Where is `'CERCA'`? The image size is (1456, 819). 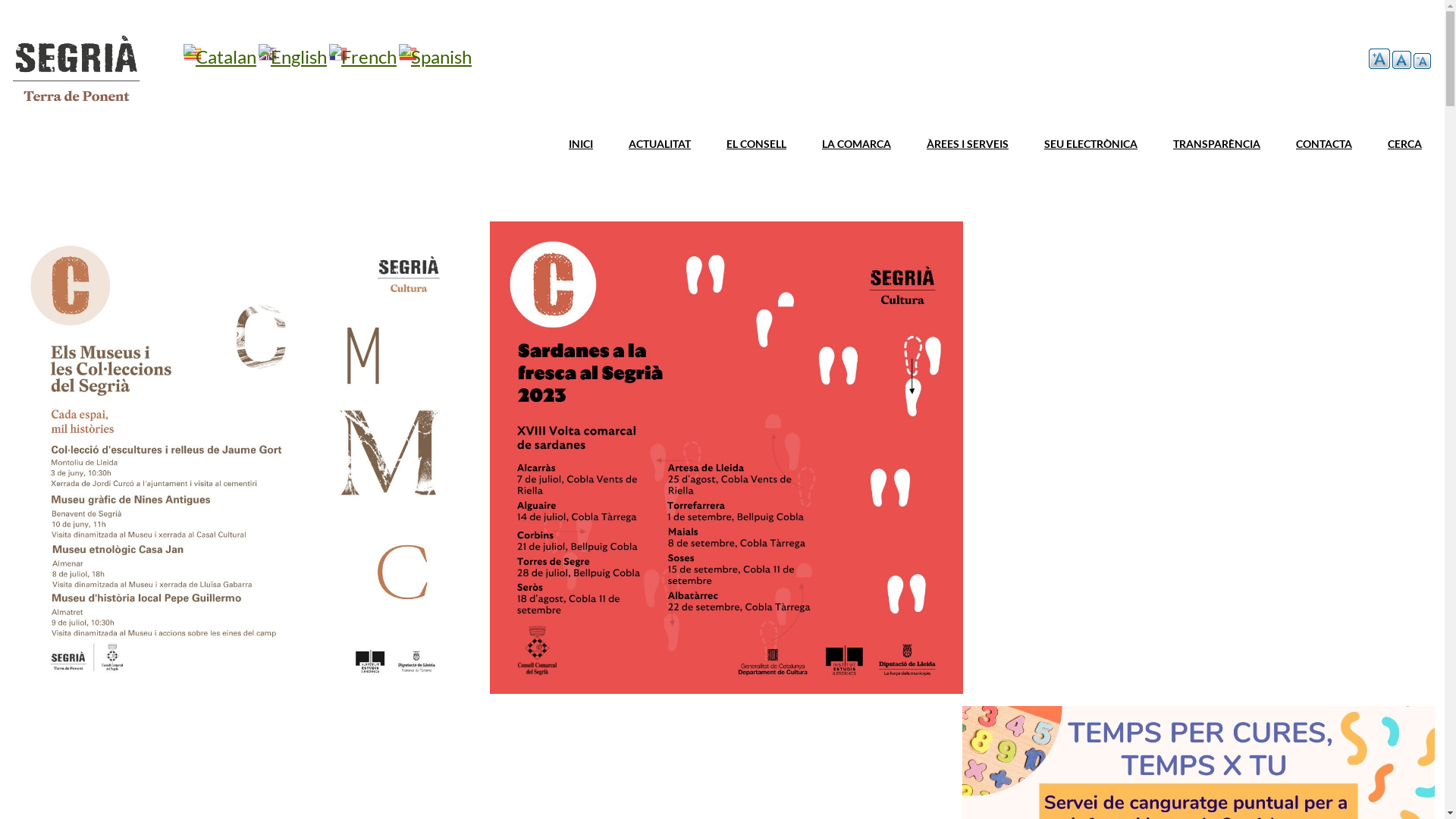
'CERCA' is located at coordinates (1404, 144).